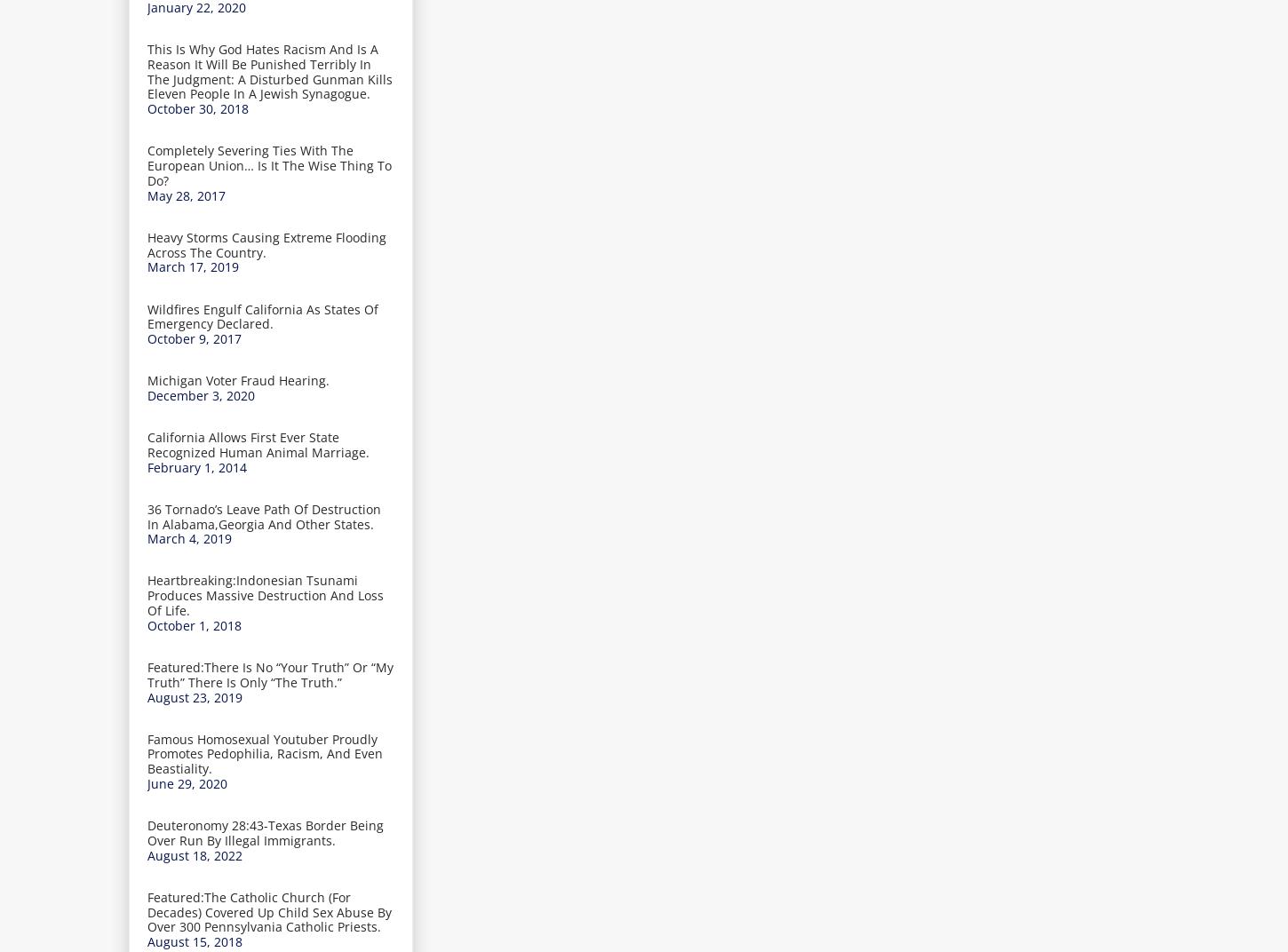 The image size is (1288, 952). I want to click on 'Famous Homosexual Youtuber Proudly Promotes Pedophilia, Racism, And Even Beastiality.', so click(265, 752).